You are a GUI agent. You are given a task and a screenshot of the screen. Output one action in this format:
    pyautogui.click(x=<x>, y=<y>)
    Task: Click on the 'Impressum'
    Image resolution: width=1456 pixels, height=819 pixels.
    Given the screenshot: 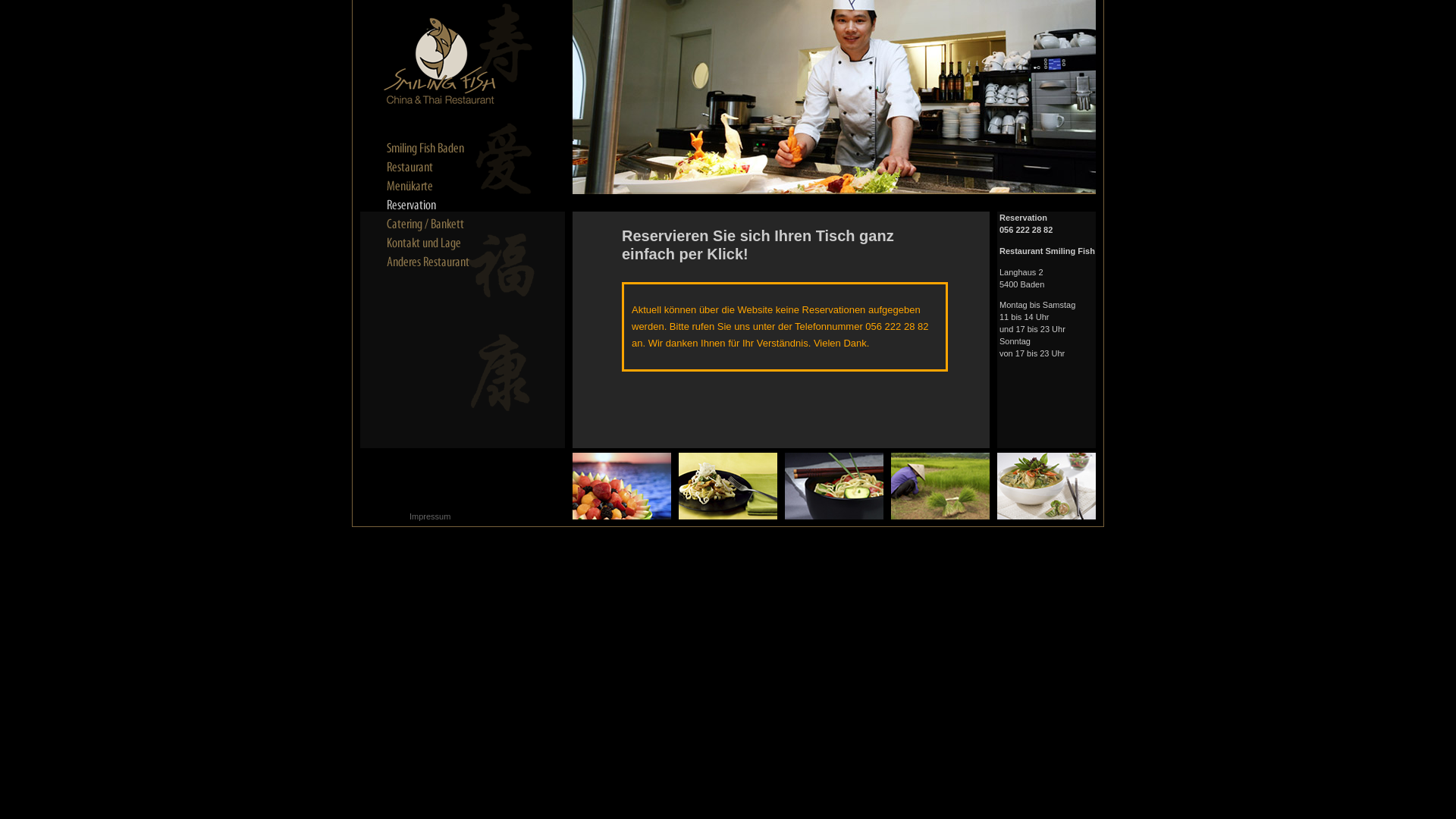 What is the action you would take?
    pyautogui.click(x=409, y=516)
    